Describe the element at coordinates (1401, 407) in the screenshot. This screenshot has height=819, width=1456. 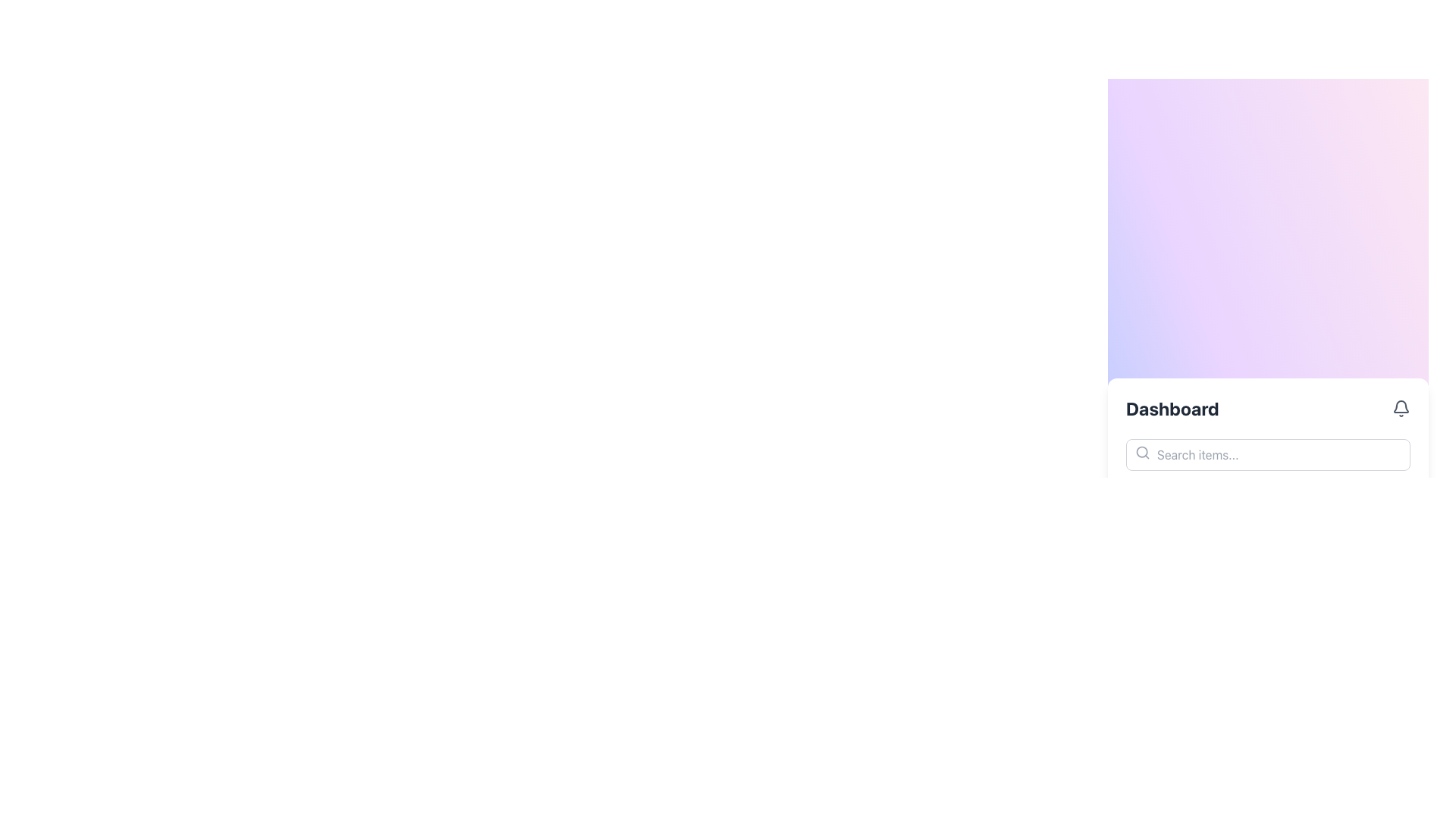
I see `the gray bell-shaped icon located on the rightmost side of the header bar in the 'Dashboard' section` at that location.